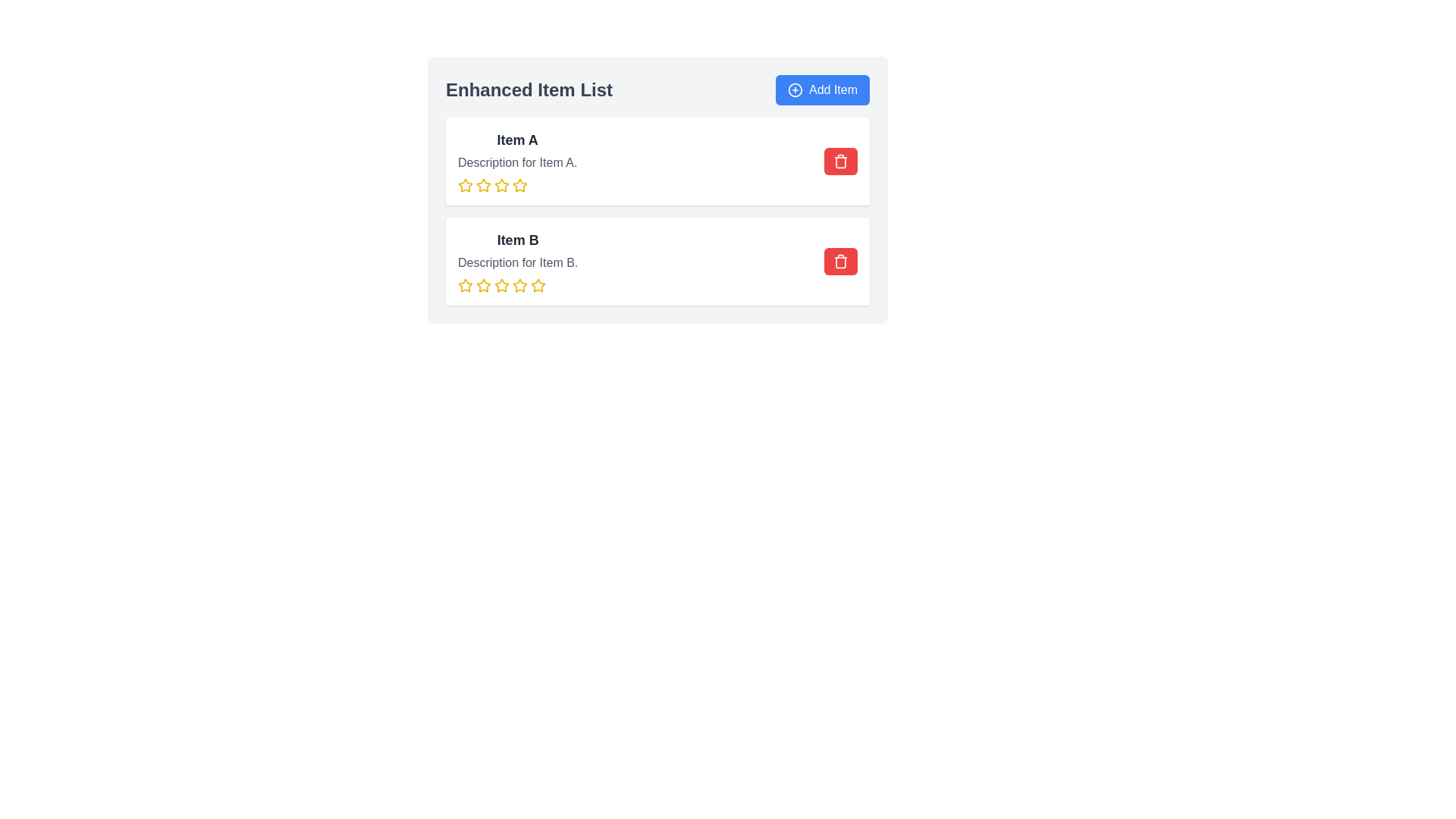 The width and height of the screenshot is (1456, 819). I want to click on the first yellow star icon in the rating component for 'Item B', so click(465, 286).